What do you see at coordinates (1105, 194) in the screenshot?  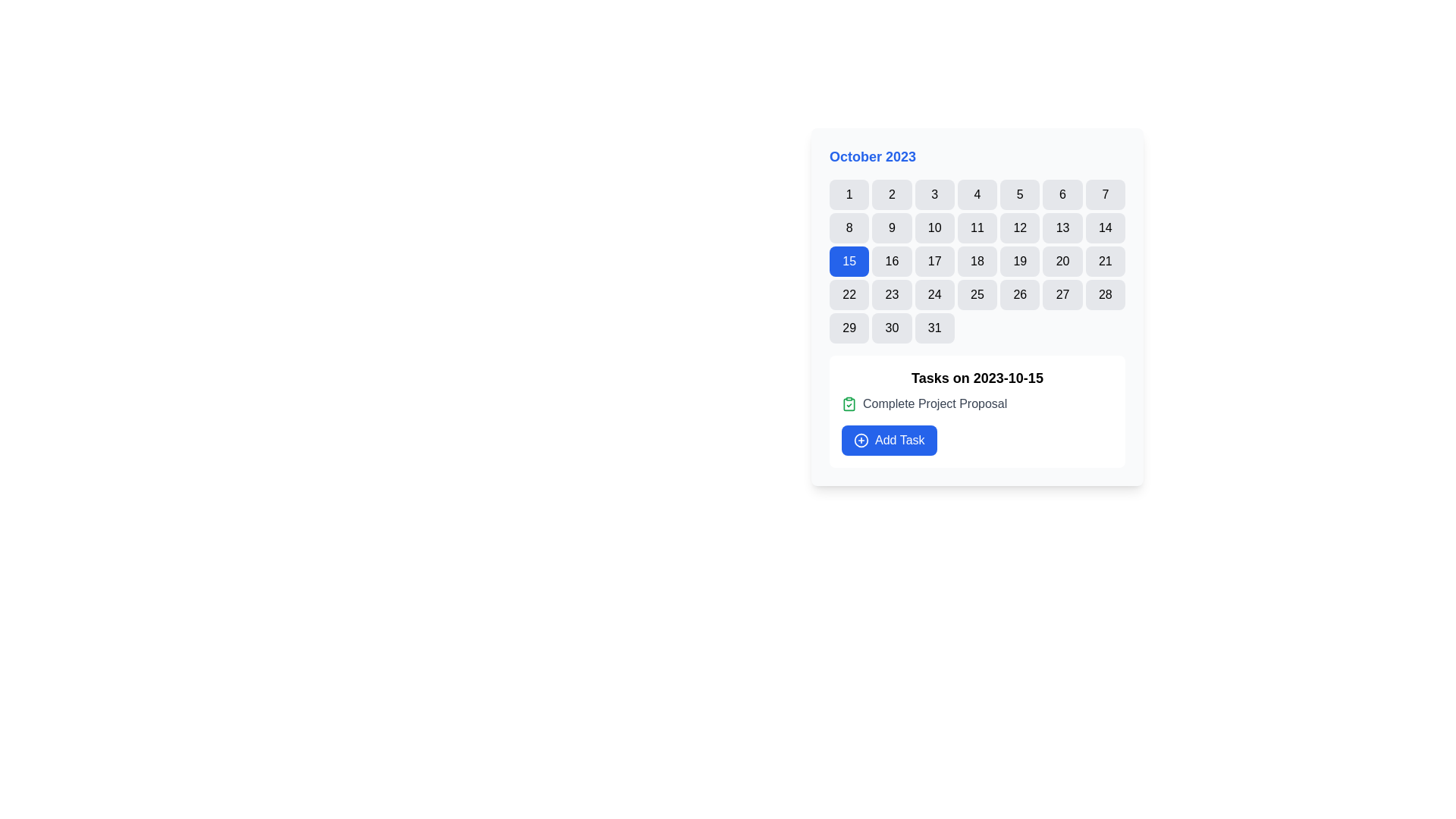 I see `the button displaying the number '7' in black text, which is the seventh item in the first row of a grid for selecting days of the month` at bounding box center [1105, 194].